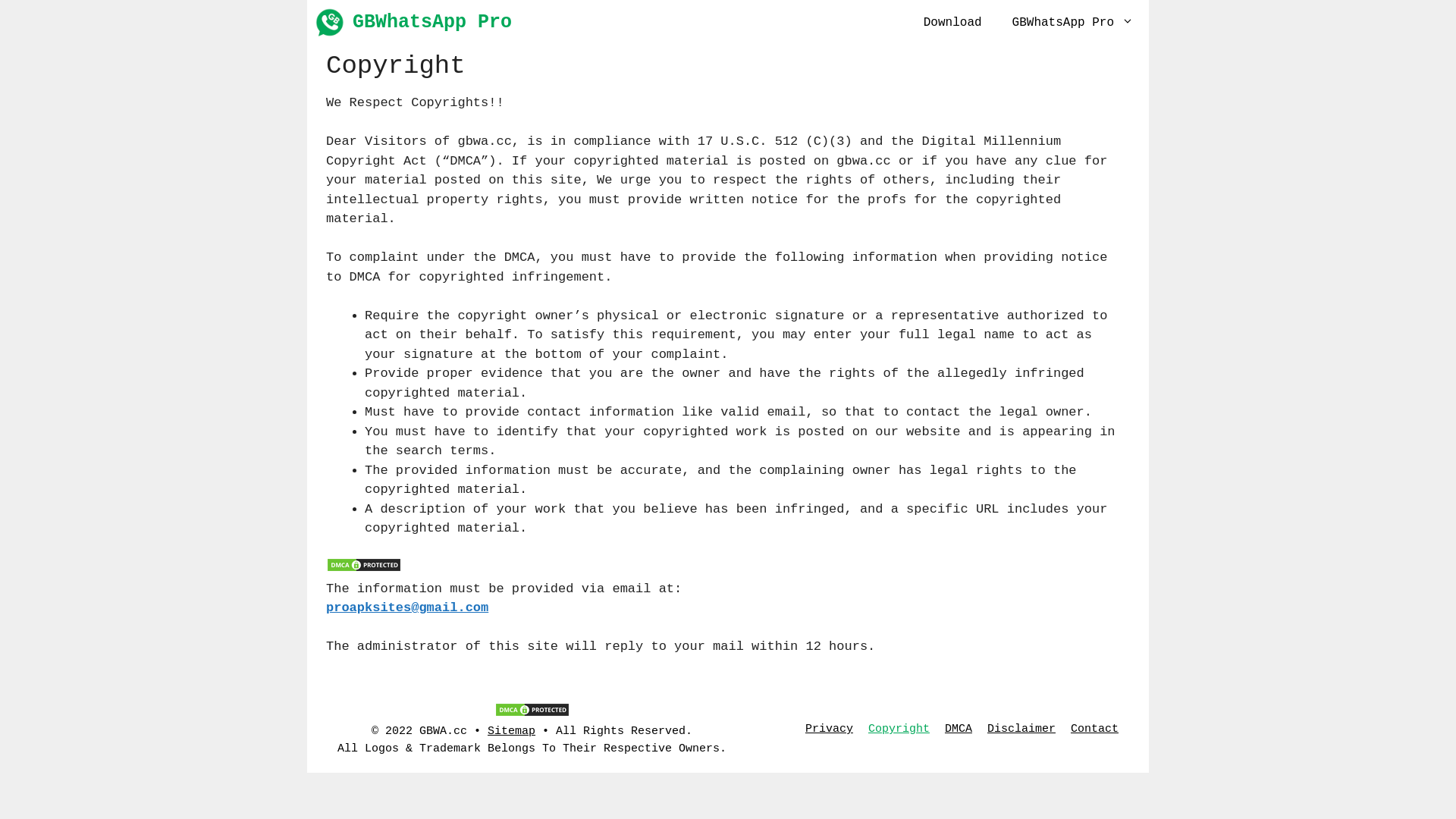 The height and width of the screenshot is (819, 1456). What do you see at coordinates (1021, 728) in the screenshot?
I see `'Disclaimer'` at bounding box center [1021, 728].